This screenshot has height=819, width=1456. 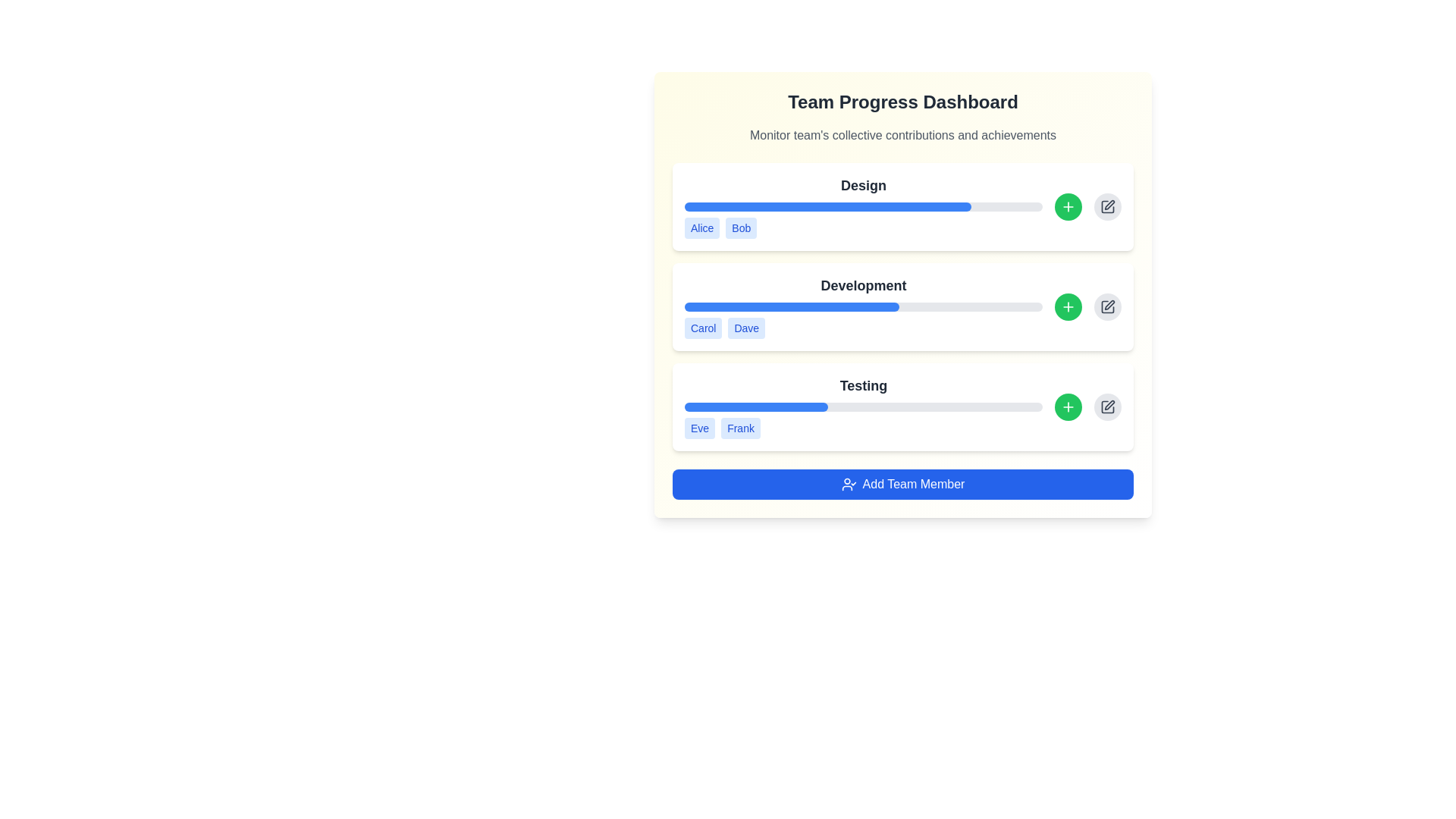 What do you see at coordinates (1107, 406) in the screenshot?
I see `the circular light gray button with a dark gray pencil icon` at bounding box center [1107, 406].